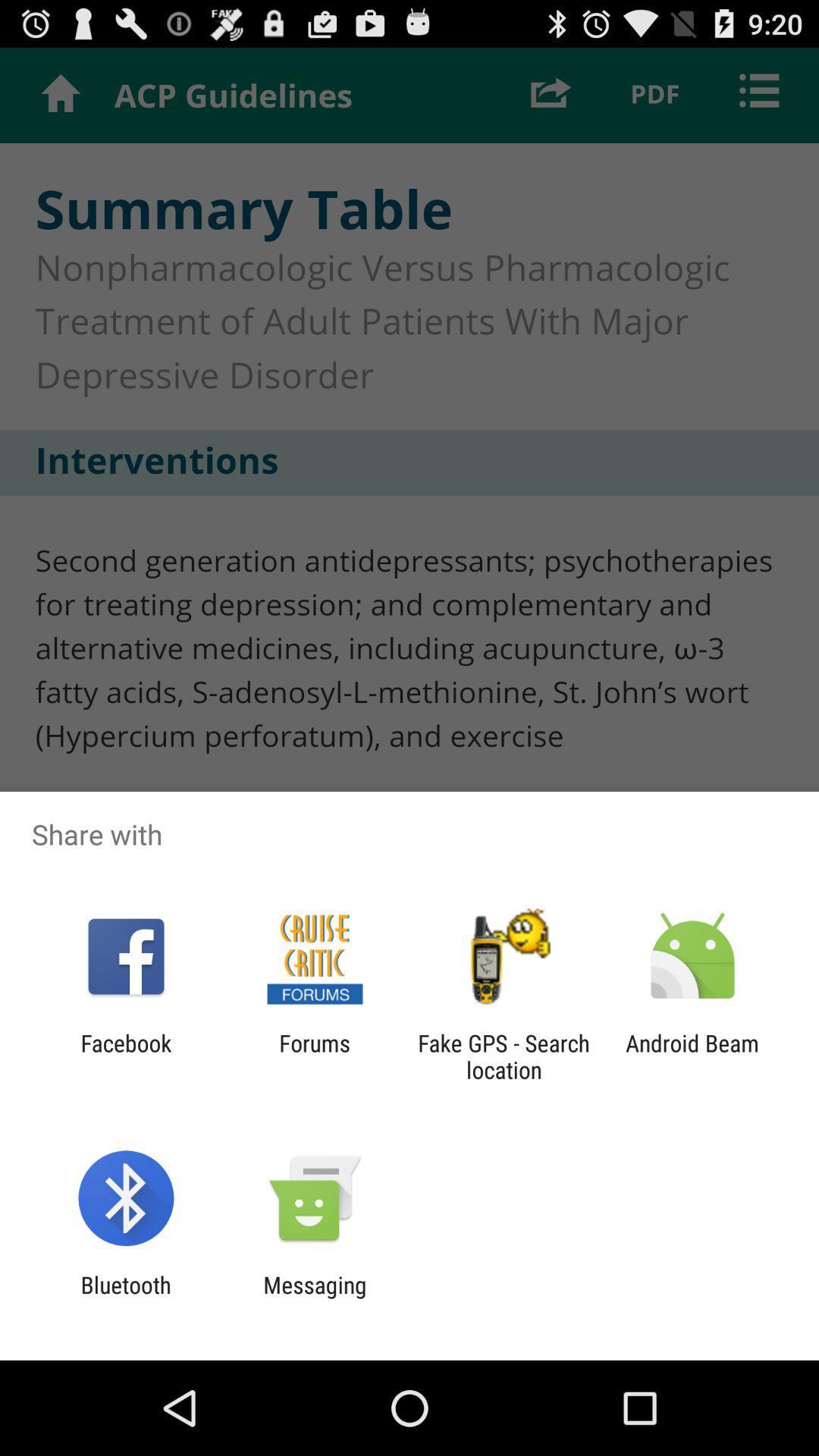 This screenshot has height=1456, width=819. What do you see at coordinates (125, 1056) in the screenshot?
I see `facebook` at bounding box center [125, 1056].